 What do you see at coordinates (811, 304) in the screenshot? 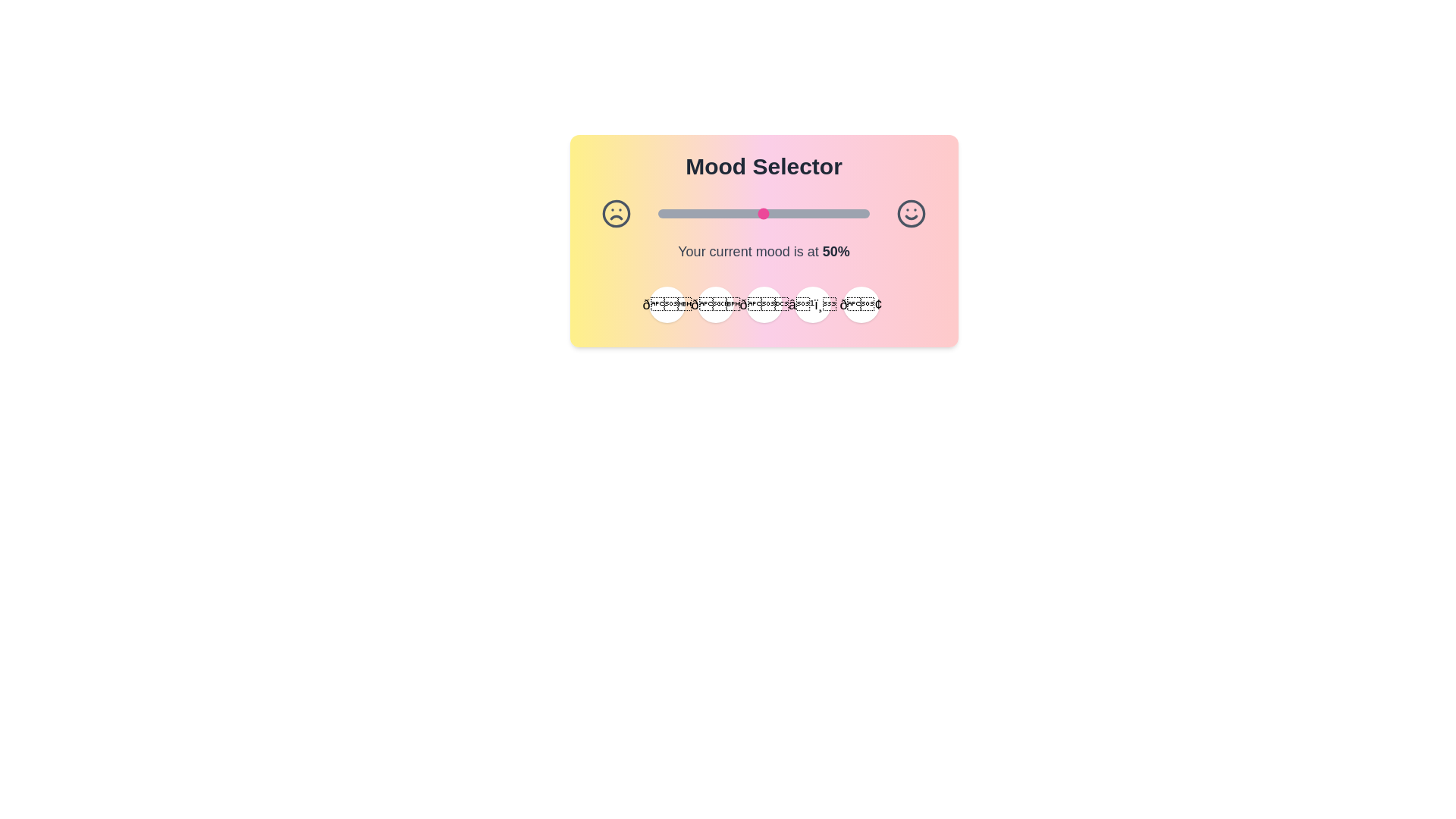
I see `the emoji button corresponding to ☹️` at bounding box center [811, 304].